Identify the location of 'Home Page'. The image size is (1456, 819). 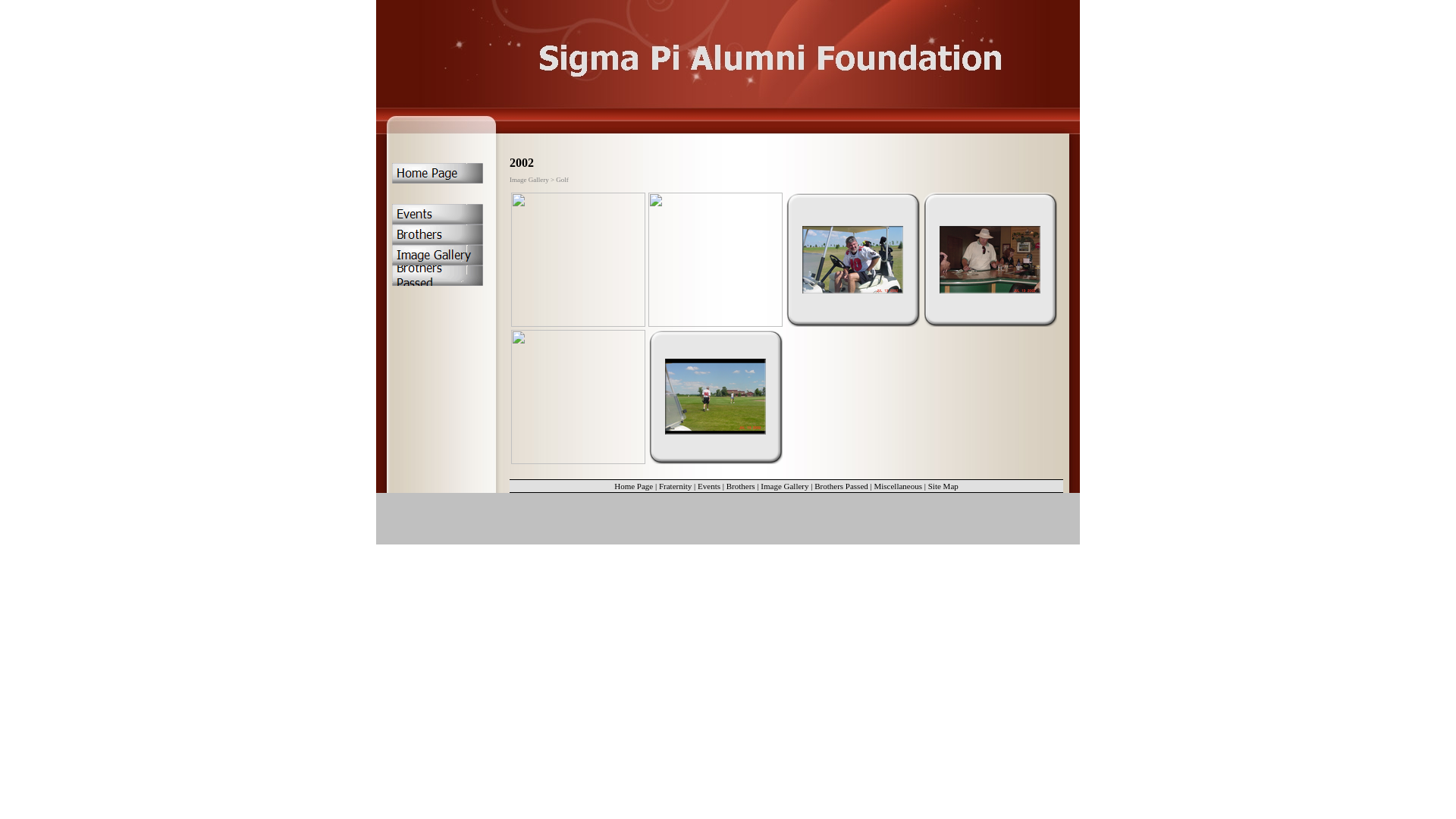
(633, 485).